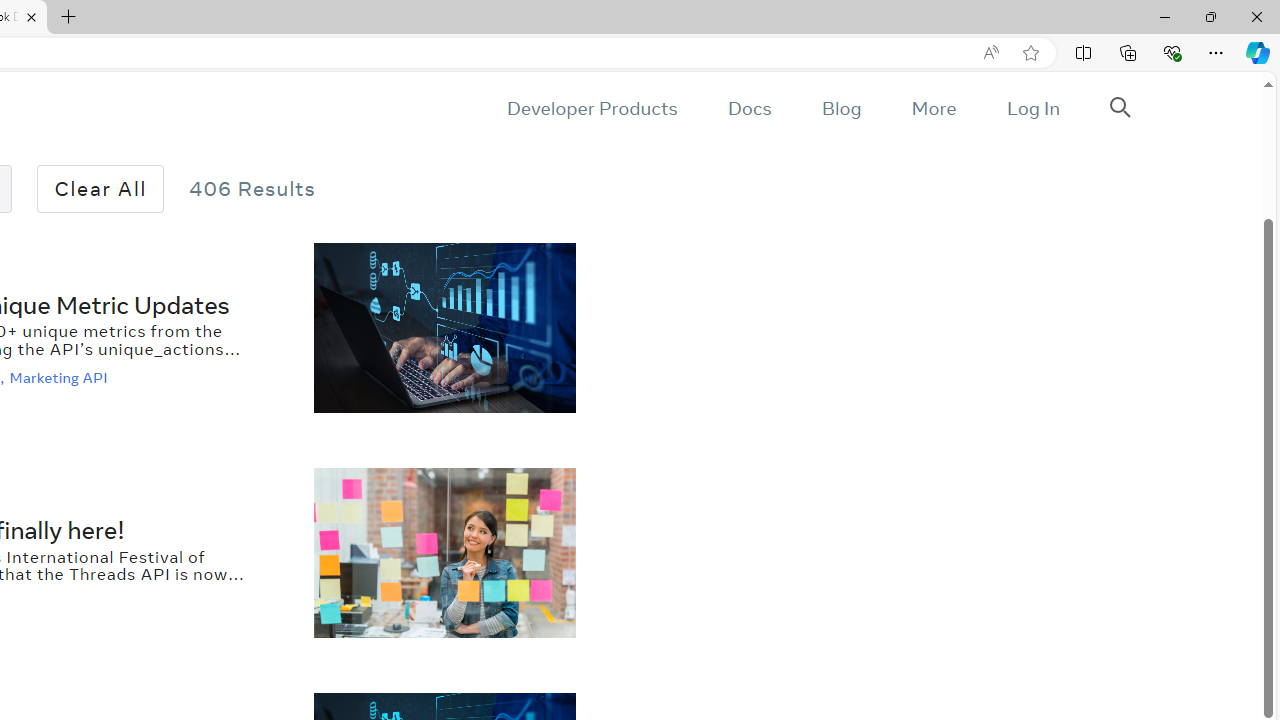  What do you see at coordinates (60, 377) in the screenshot?
I see `'Marketing API'` at bounding box center [60, 377].